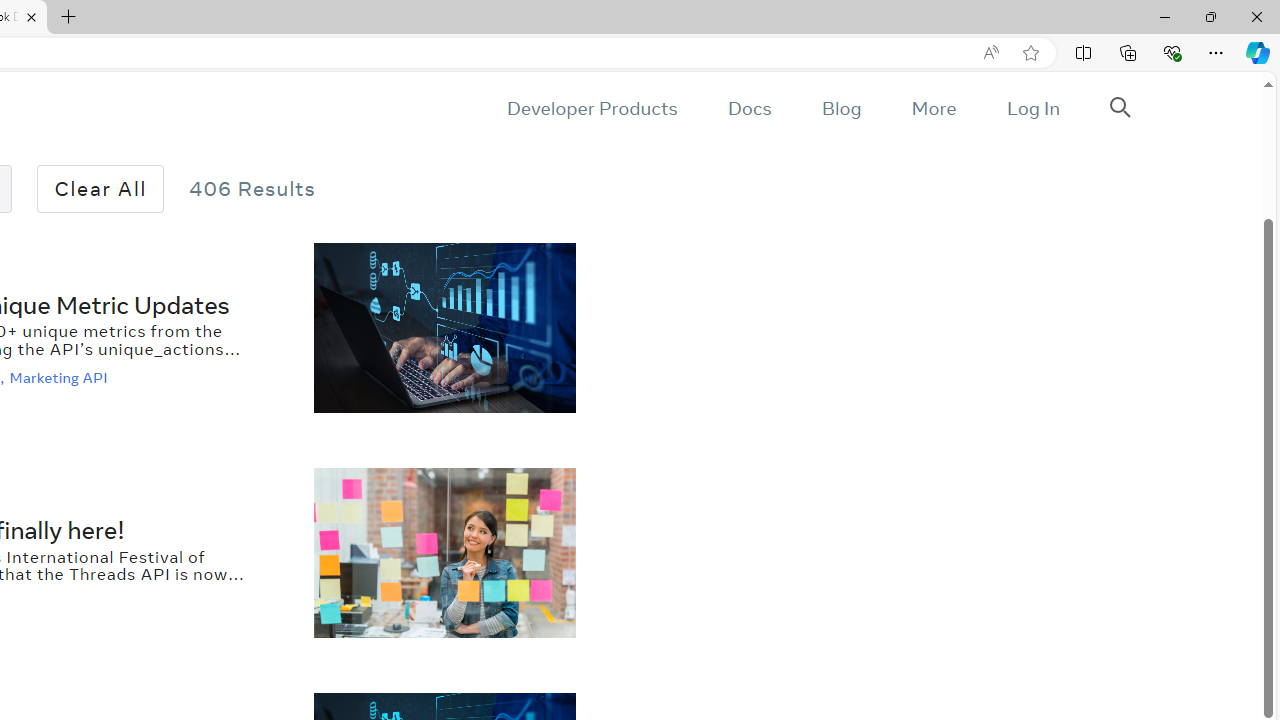  What do you see at coordinates (60, 377) in the screenshot?
I see `'Marketing API'` at bounding box center [60, 377].